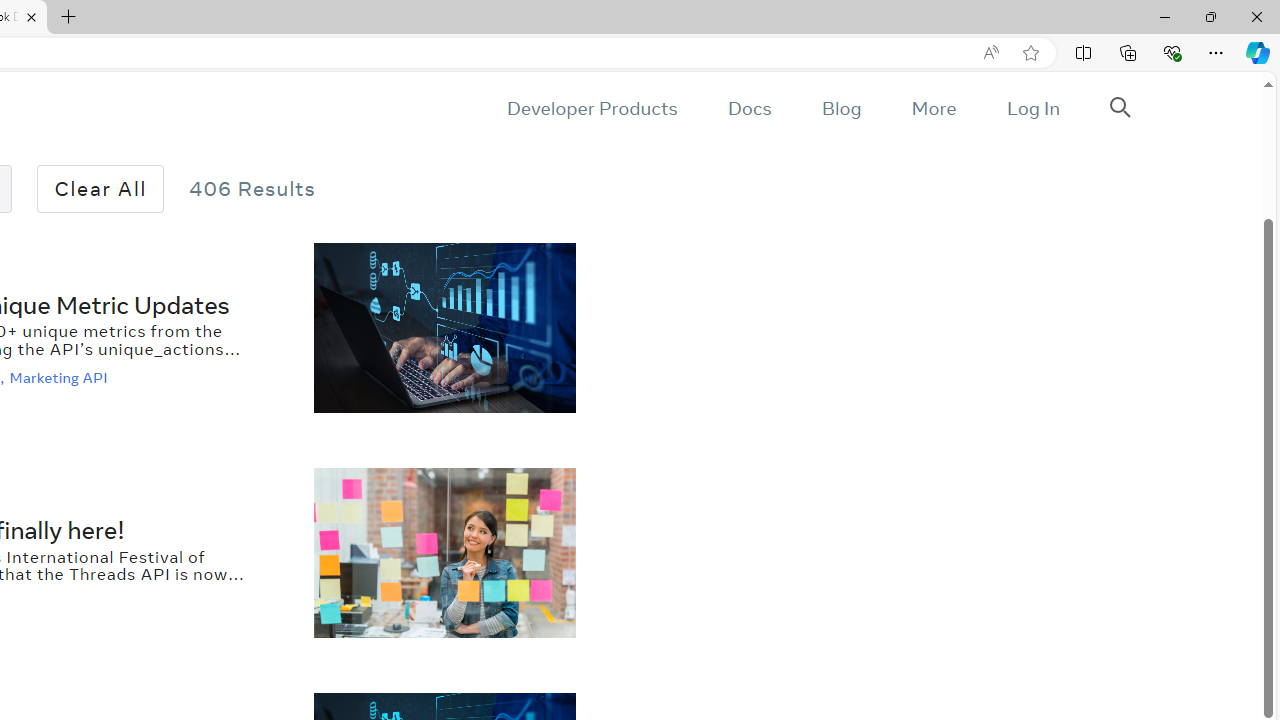  What do you see at coordinates (60, 377) in the screenshot?
I see `'Marketing API'` at bounding box center [60, 377].